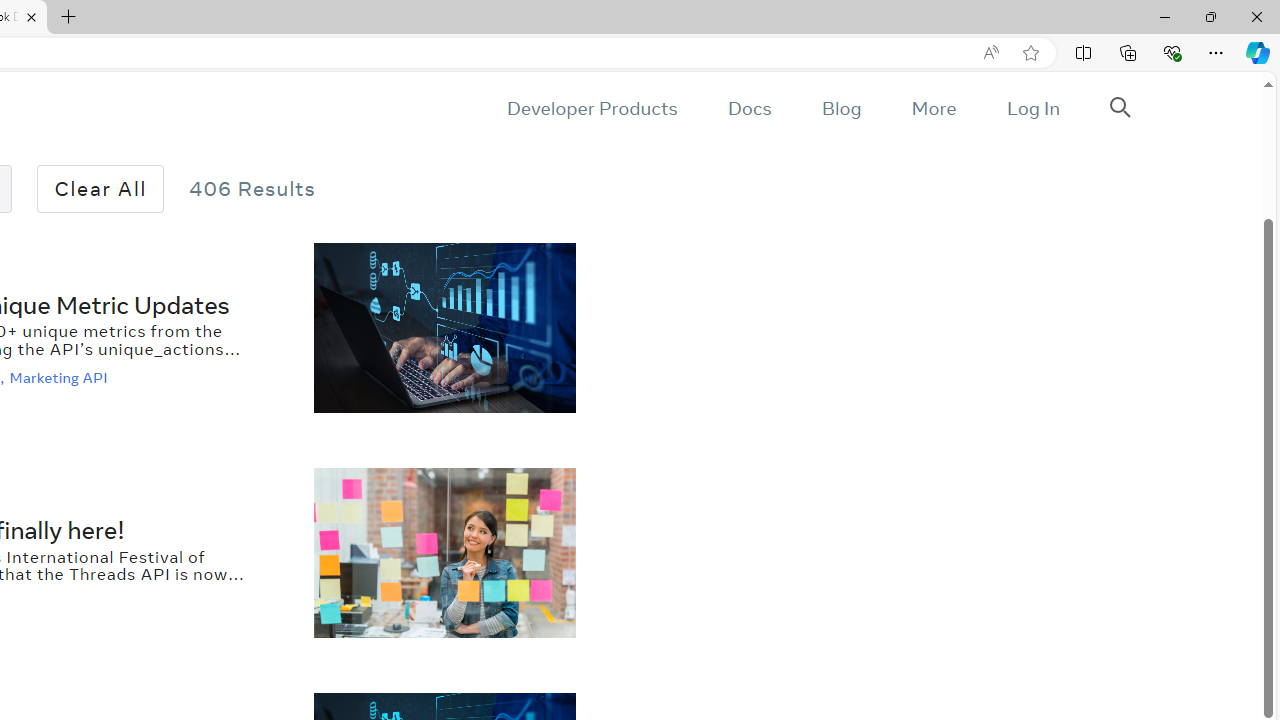  What do you see at coordinates (60, 377) in the screenshot?
I see `'Marketing API'` at bounding box center [60, 377].